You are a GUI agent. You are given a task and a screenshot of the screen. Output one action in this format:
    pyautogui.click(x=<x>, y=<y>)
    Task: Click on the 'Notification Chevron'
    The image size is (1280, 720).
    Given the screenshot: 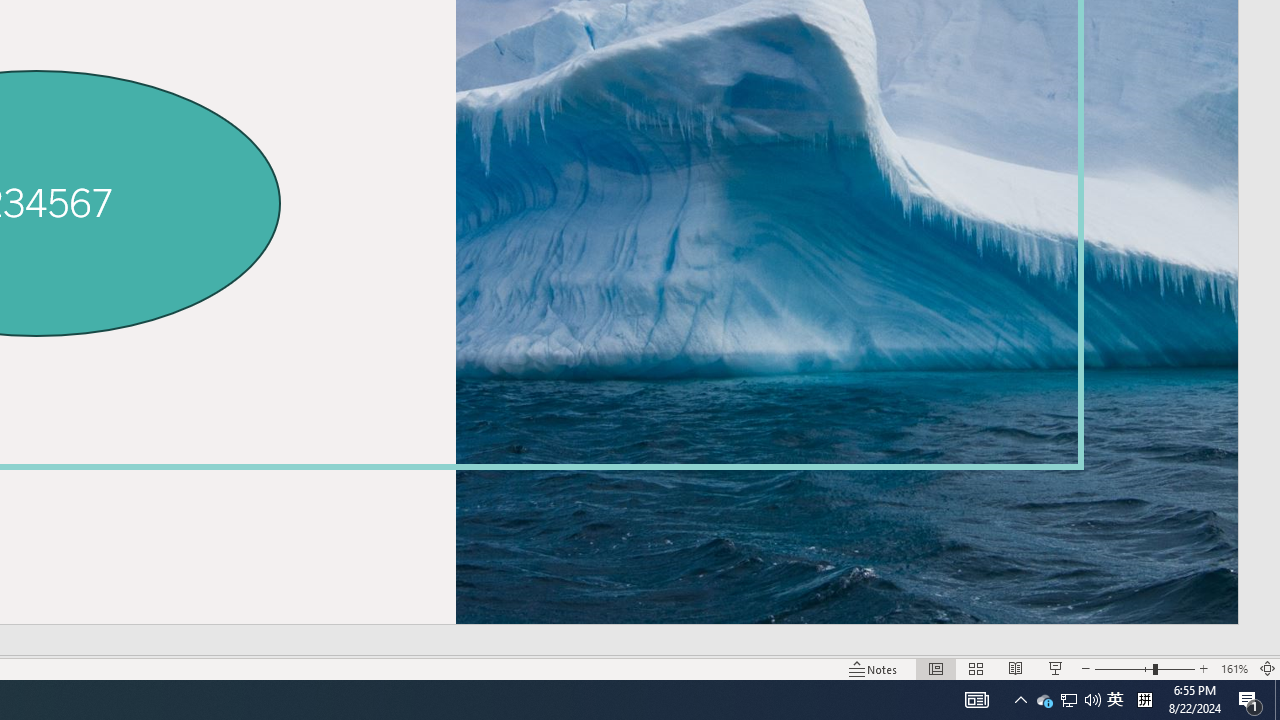 What is the action you would take?
    pyautogui.click(x=1020, y=698)
    